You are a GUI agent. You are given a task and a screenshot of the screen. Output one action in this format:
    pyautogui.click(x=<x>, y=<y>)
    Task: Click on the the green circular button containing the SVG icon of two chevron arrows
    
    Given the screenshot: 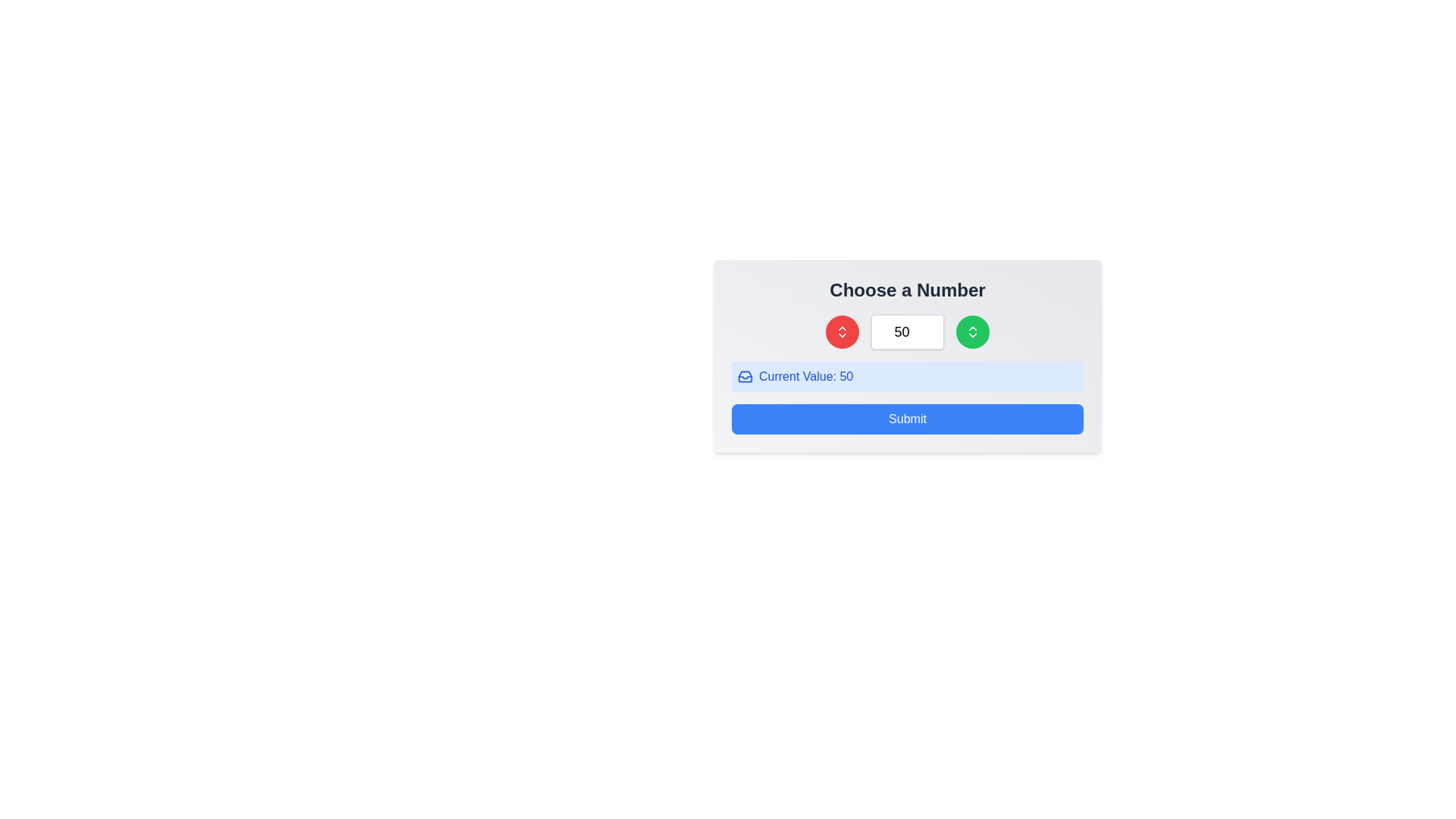 What is the action you would take?
    pyautogui.click(x=972, y=331)
    